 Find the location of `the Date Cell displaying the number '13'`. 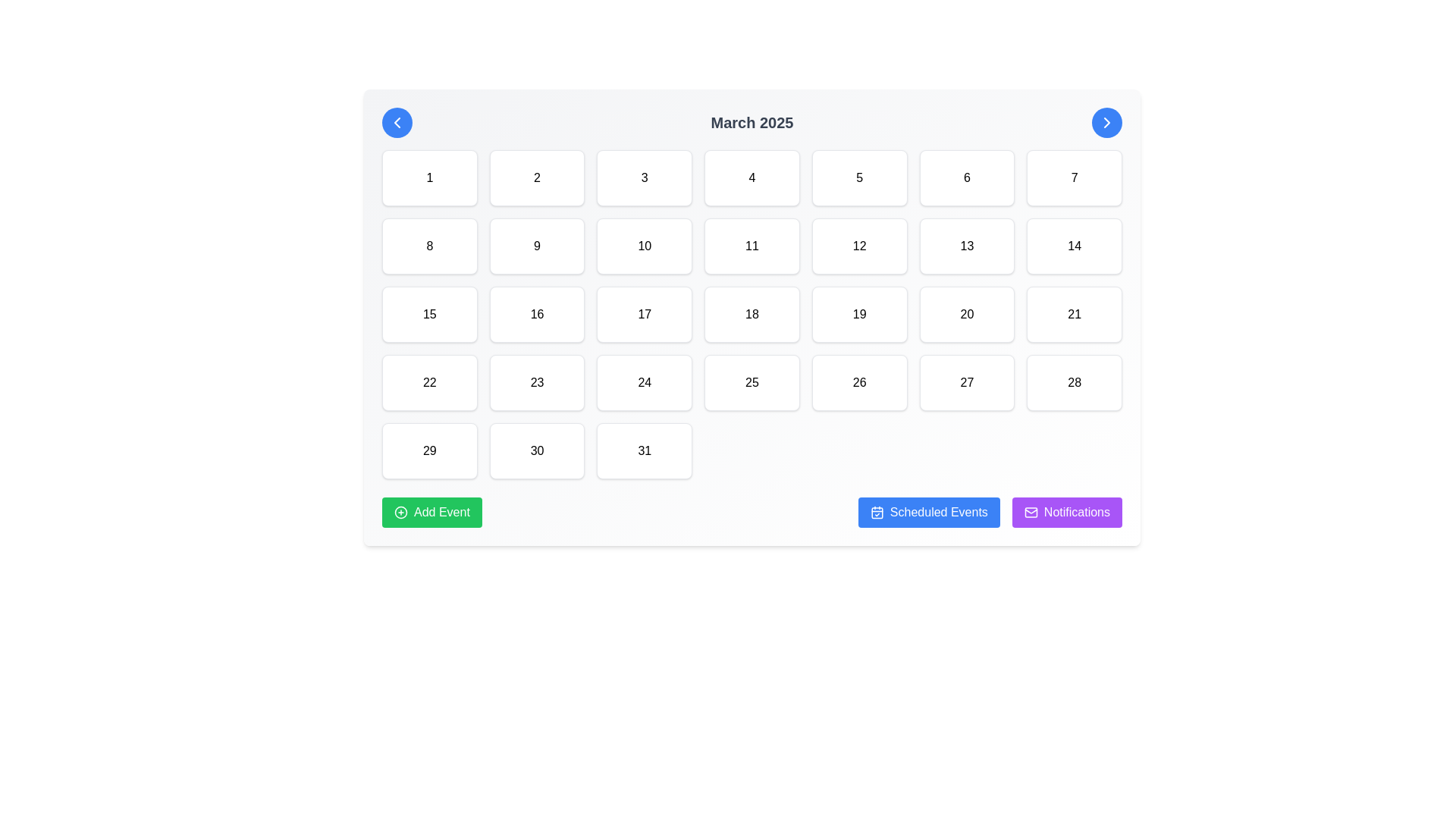

the Date Cell displaying the number '13' is located at coordinates (966, 245).